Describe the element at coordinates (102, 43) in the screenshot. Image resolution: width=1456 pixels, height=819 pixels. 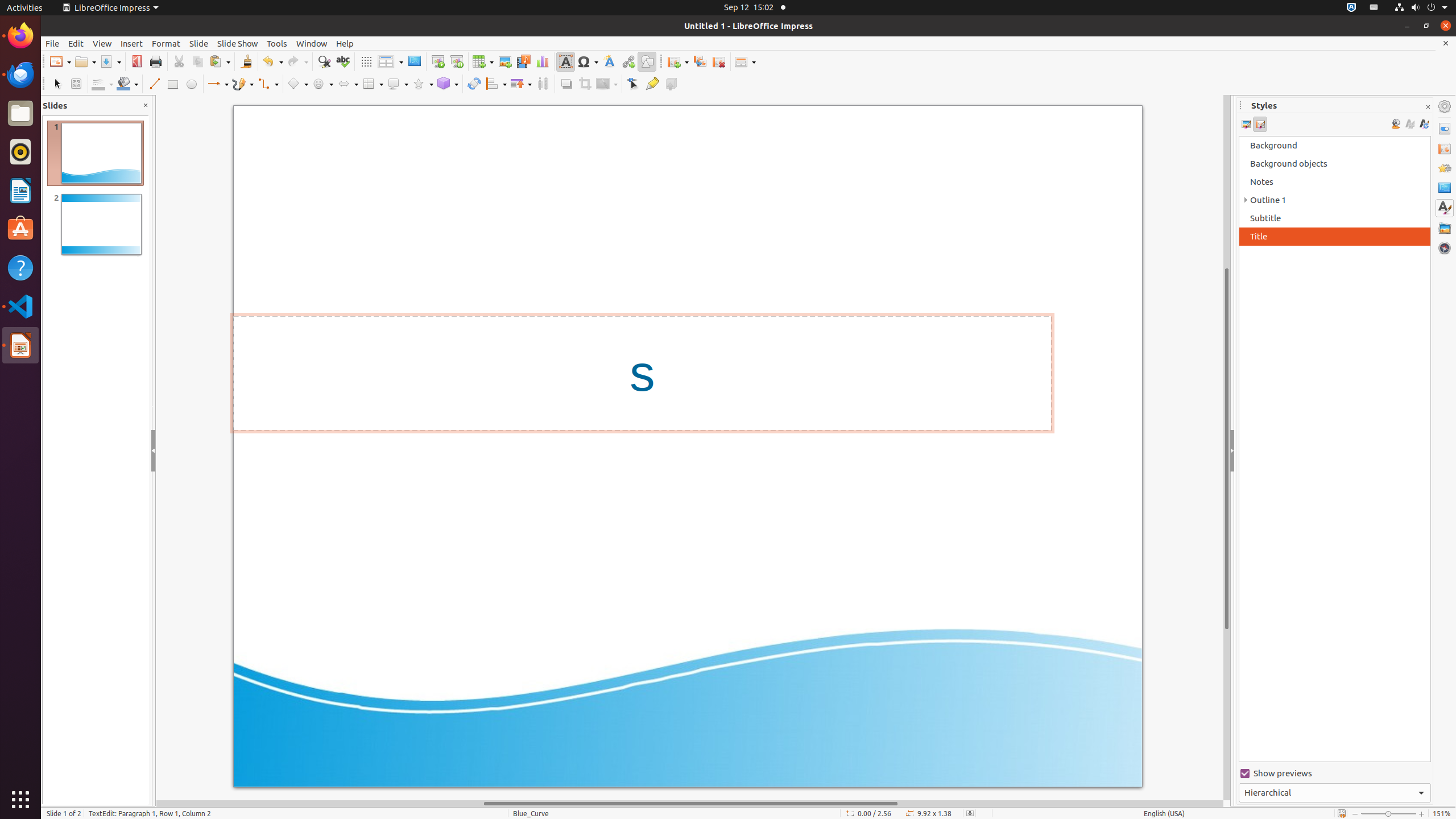
I see `'View'` at that location.